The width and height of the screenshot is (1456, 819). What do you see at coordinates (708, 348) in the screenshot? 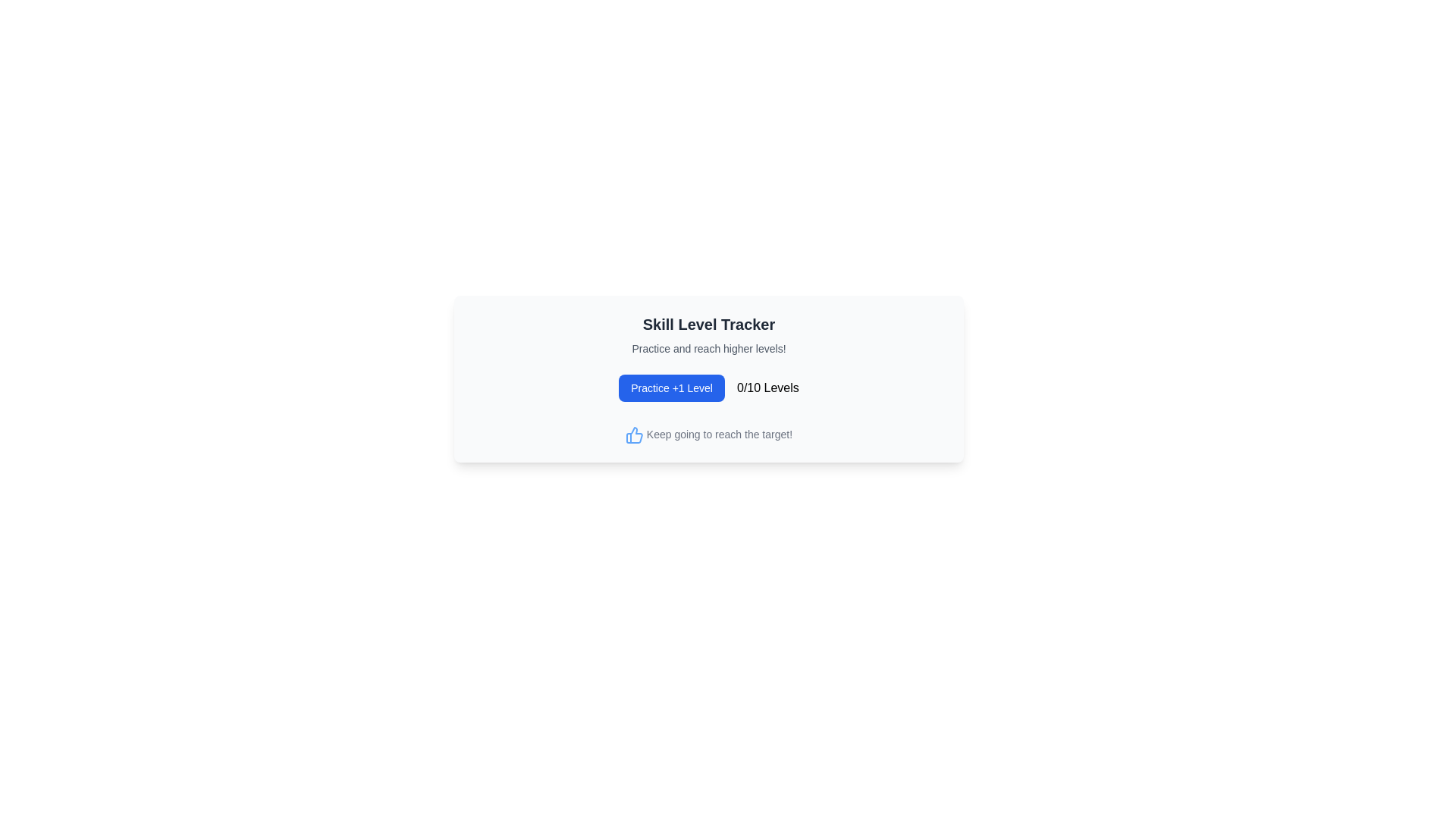
I see `the informative text that reads 'Practice and reach higher levels!', which is centrally aligned beneath the title 'Skill Level Tracker' and above the button 'Practice +1 Level'` at bounding box center [708, 348].